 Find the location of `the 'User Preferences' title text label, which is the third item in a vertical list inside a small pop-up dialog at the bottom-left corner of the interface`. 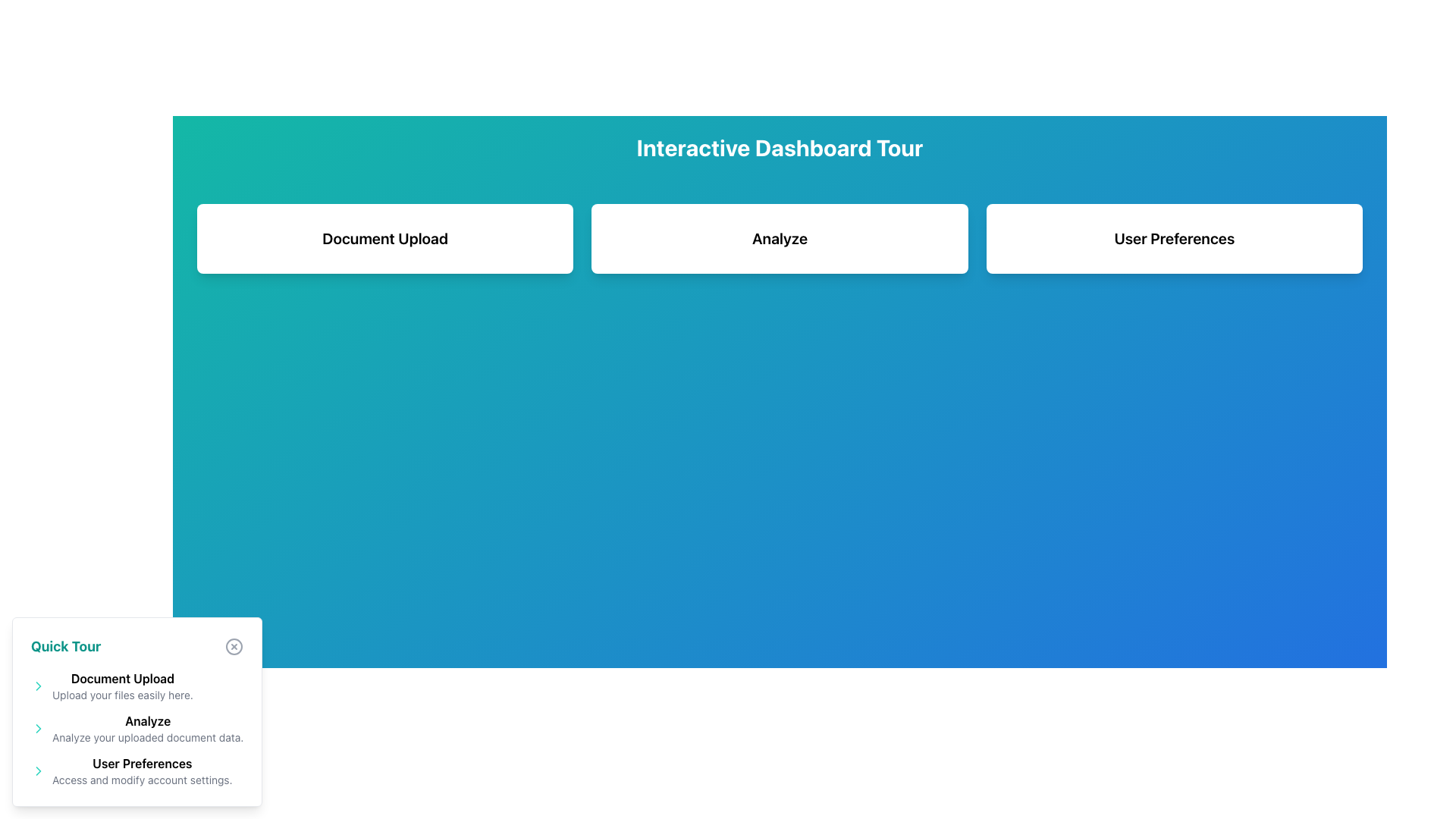

the 'User Preferences' title text label, which is the third item in a vertical list inside a small pop-up dialog at the bottom-left corner of the interface is located at coordinates (142, 763).